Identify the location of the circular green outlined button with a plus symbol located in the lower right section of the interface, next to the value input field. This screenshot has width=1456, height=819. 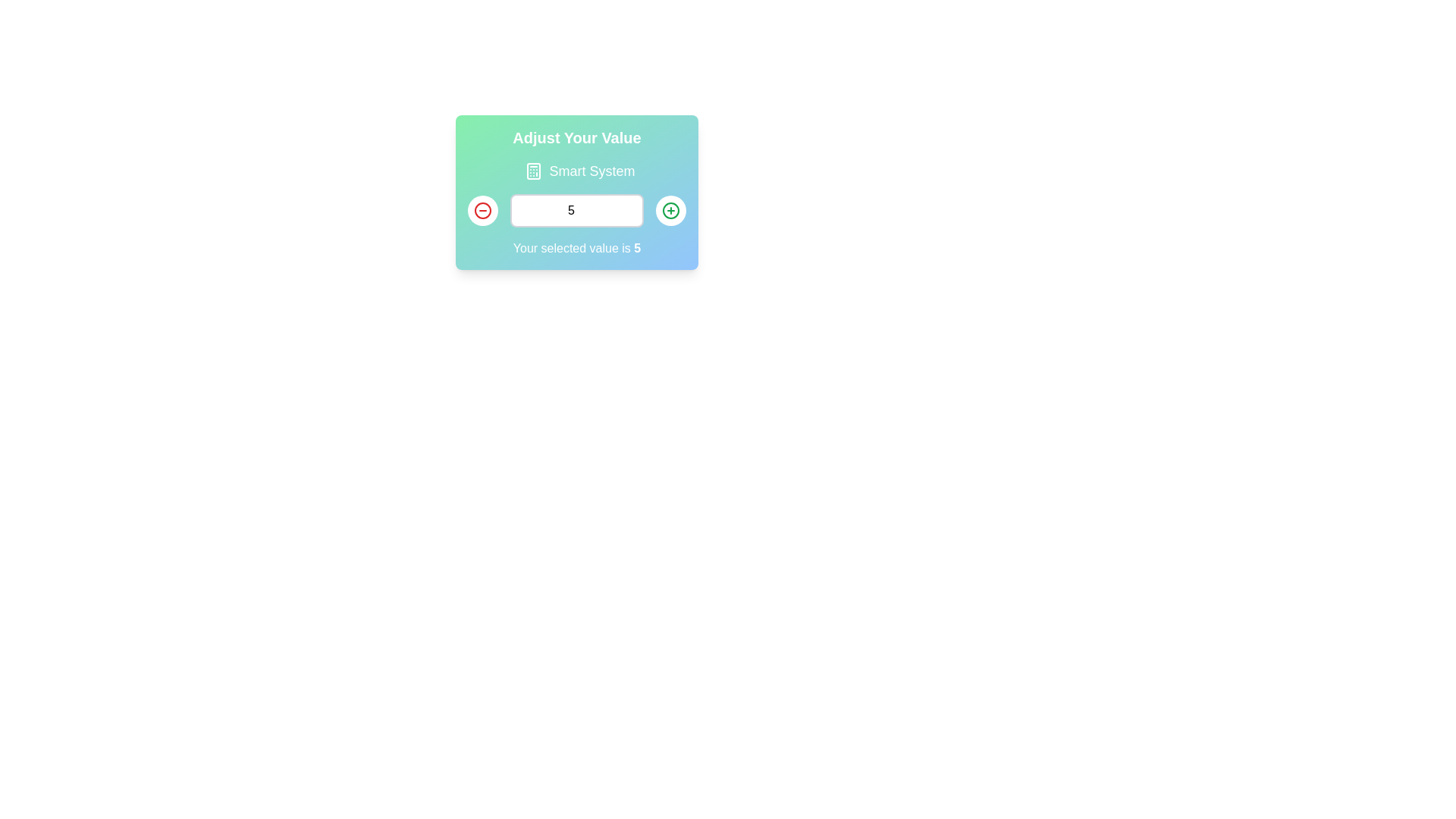
(670, 210).